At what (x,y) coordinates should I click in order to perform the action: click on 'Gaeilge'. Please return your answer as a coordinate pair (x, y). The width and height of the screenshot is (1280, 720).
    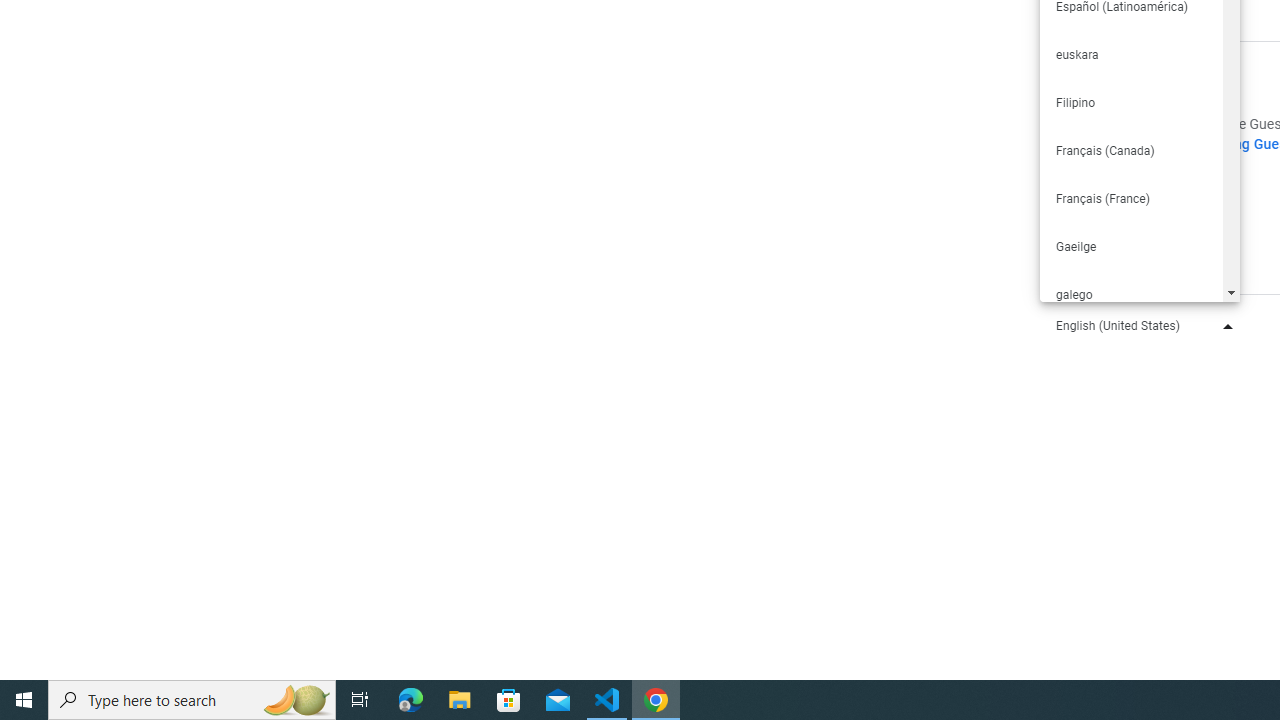
    Looking at the image, I should click on (1130, 245).